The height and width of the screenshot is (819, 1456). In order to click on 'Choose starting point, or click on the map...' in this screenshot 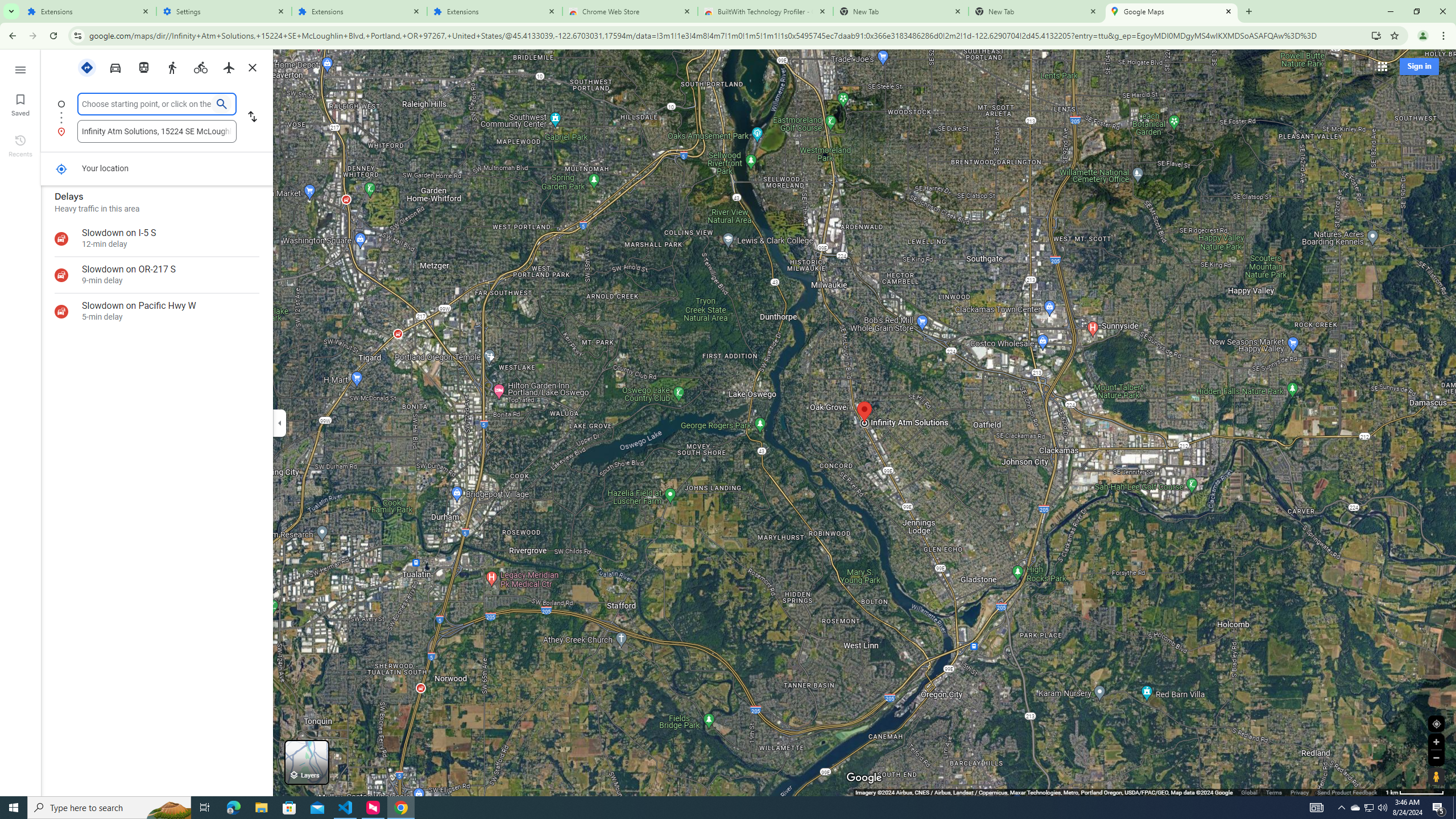, I will do `click(146, 103)`.